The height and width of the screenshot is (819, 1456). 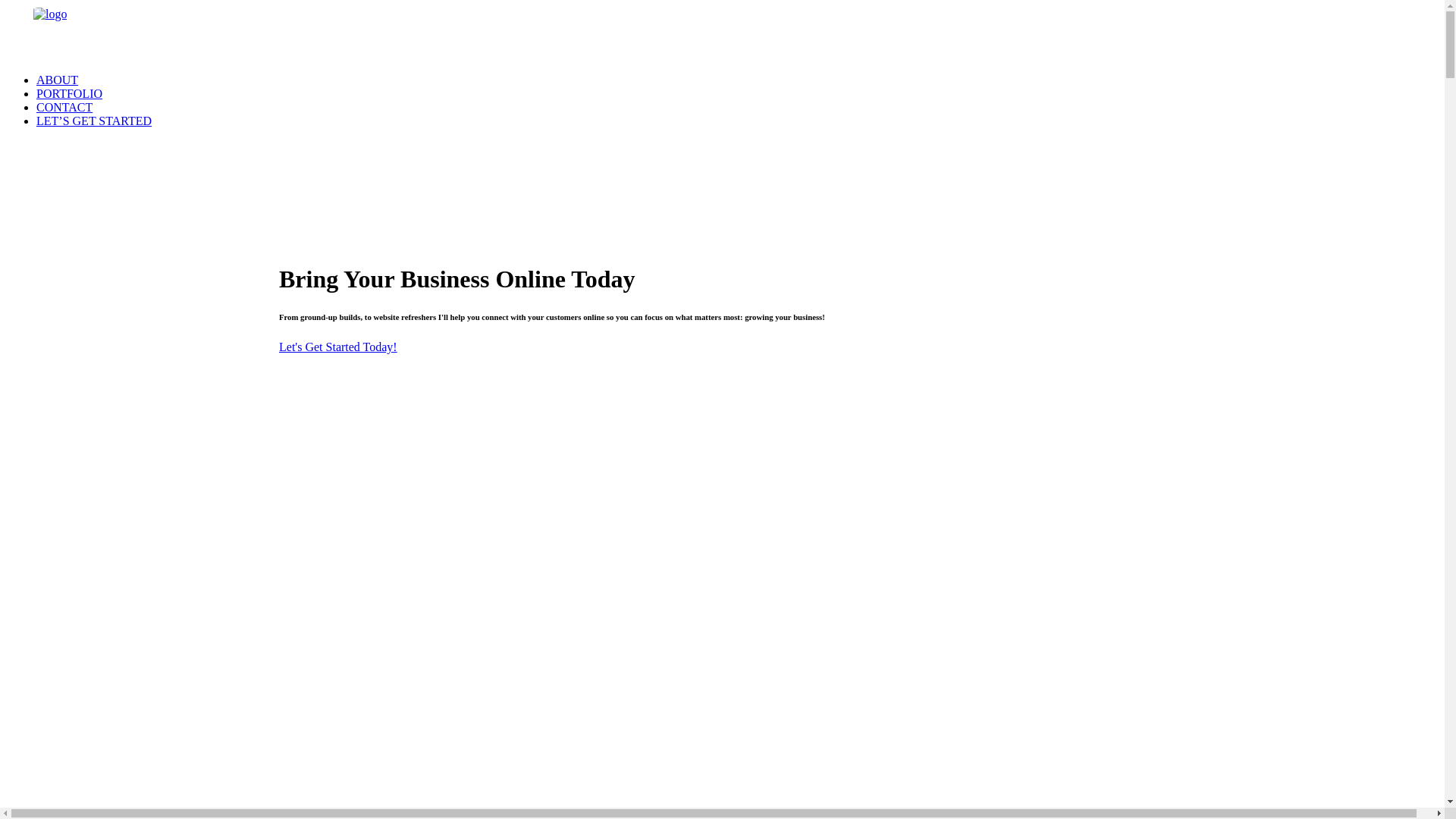 What do you see at coordinates (337, 347) in the screenshot?
I see `'Let's Get Started Today!'` at bounding box center [337, 347].